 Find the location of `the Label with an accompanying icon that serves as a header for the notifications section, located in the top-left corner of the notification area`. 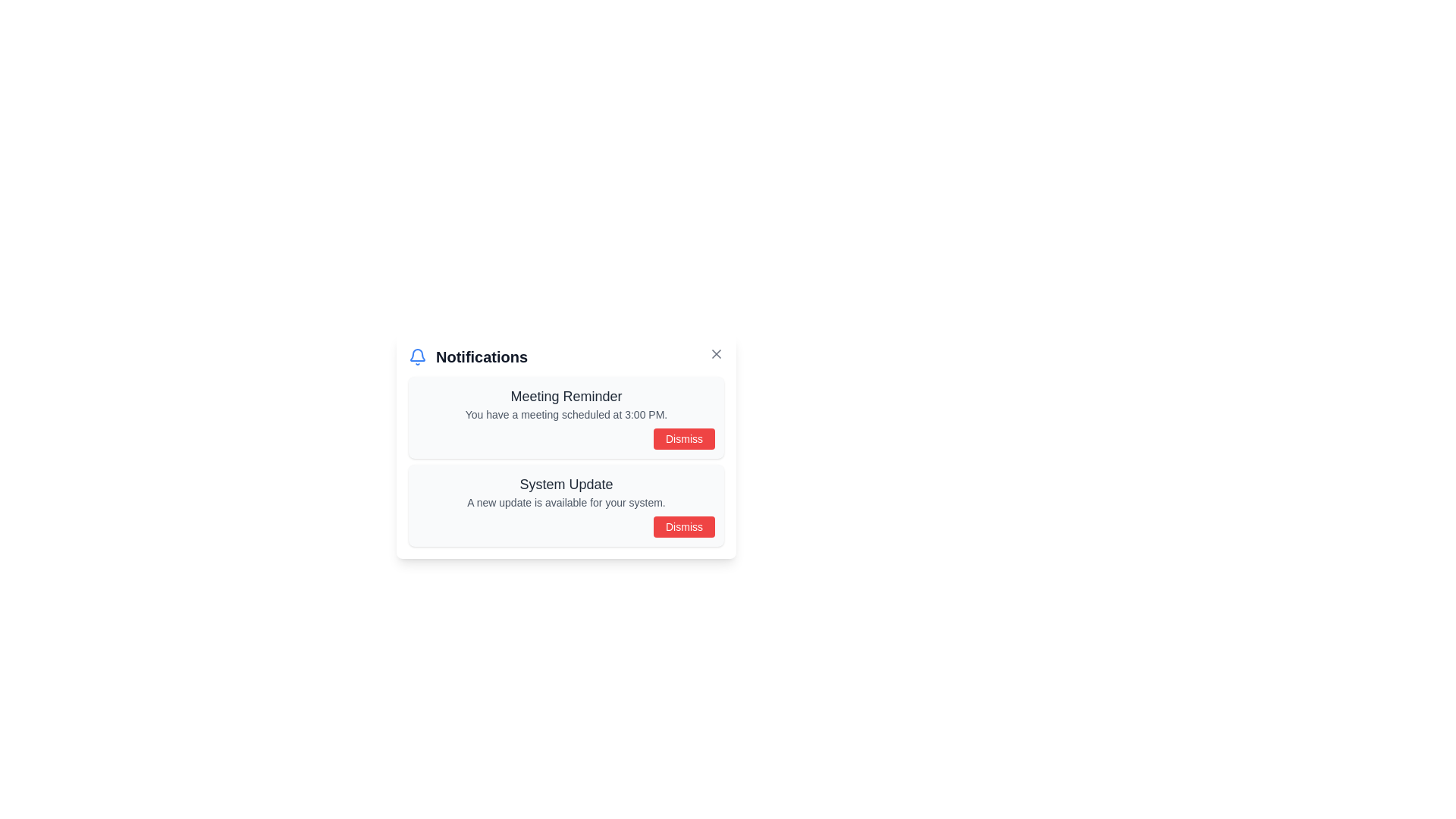

the Label with an accompanying icon that serves as a header for the notifications section, located in the top-left corner of the notification area is located at coordinates (467, 356).